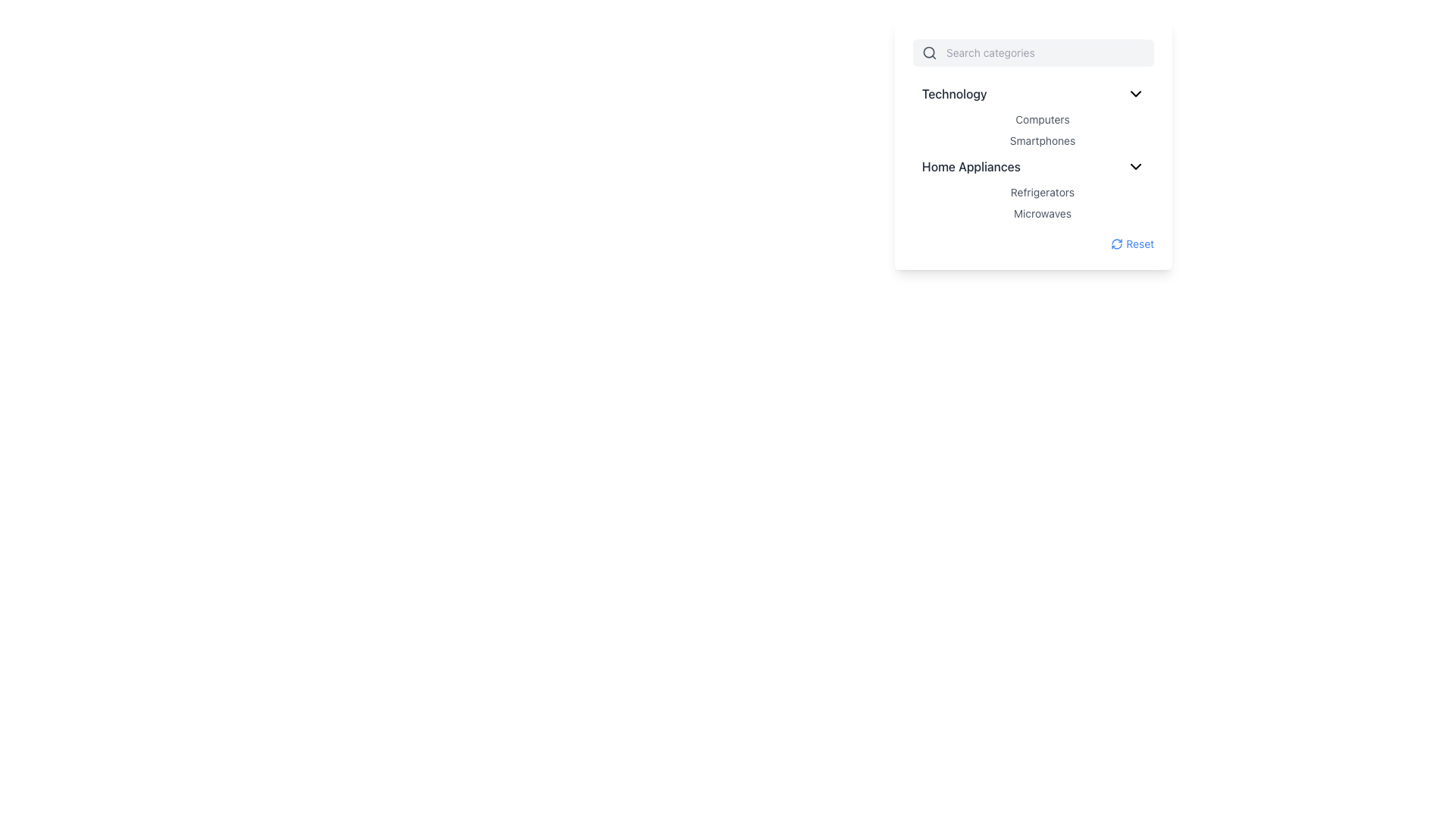  Describe the element at coordinates (1041, 202) in the screenshot. I see `the 'Refrigerators' option within the 'Home Appliances' category selector` at that location.